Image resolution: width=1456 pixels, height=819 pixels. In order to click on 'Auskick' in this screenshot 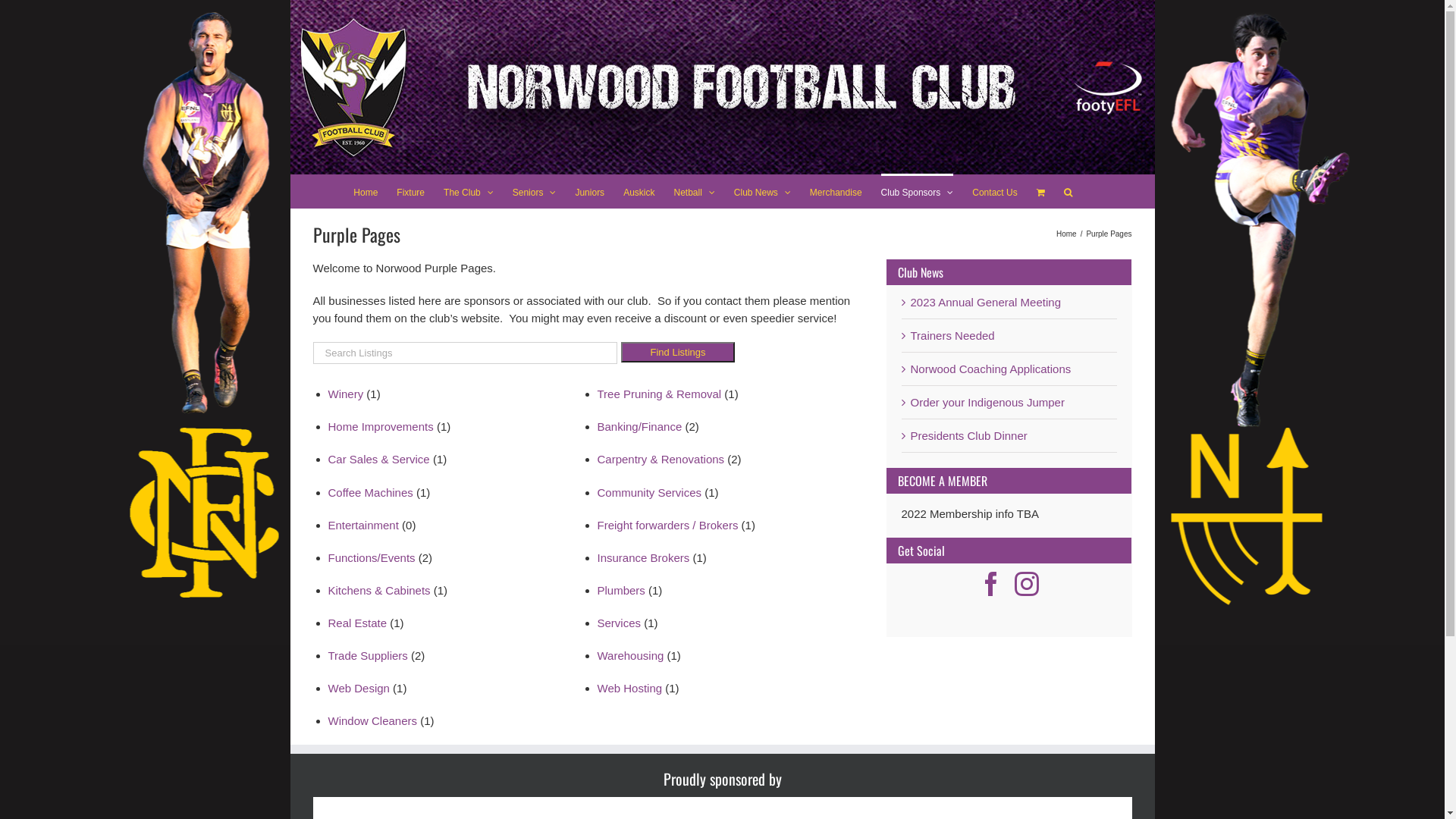, I will do `click(639, 190)`.